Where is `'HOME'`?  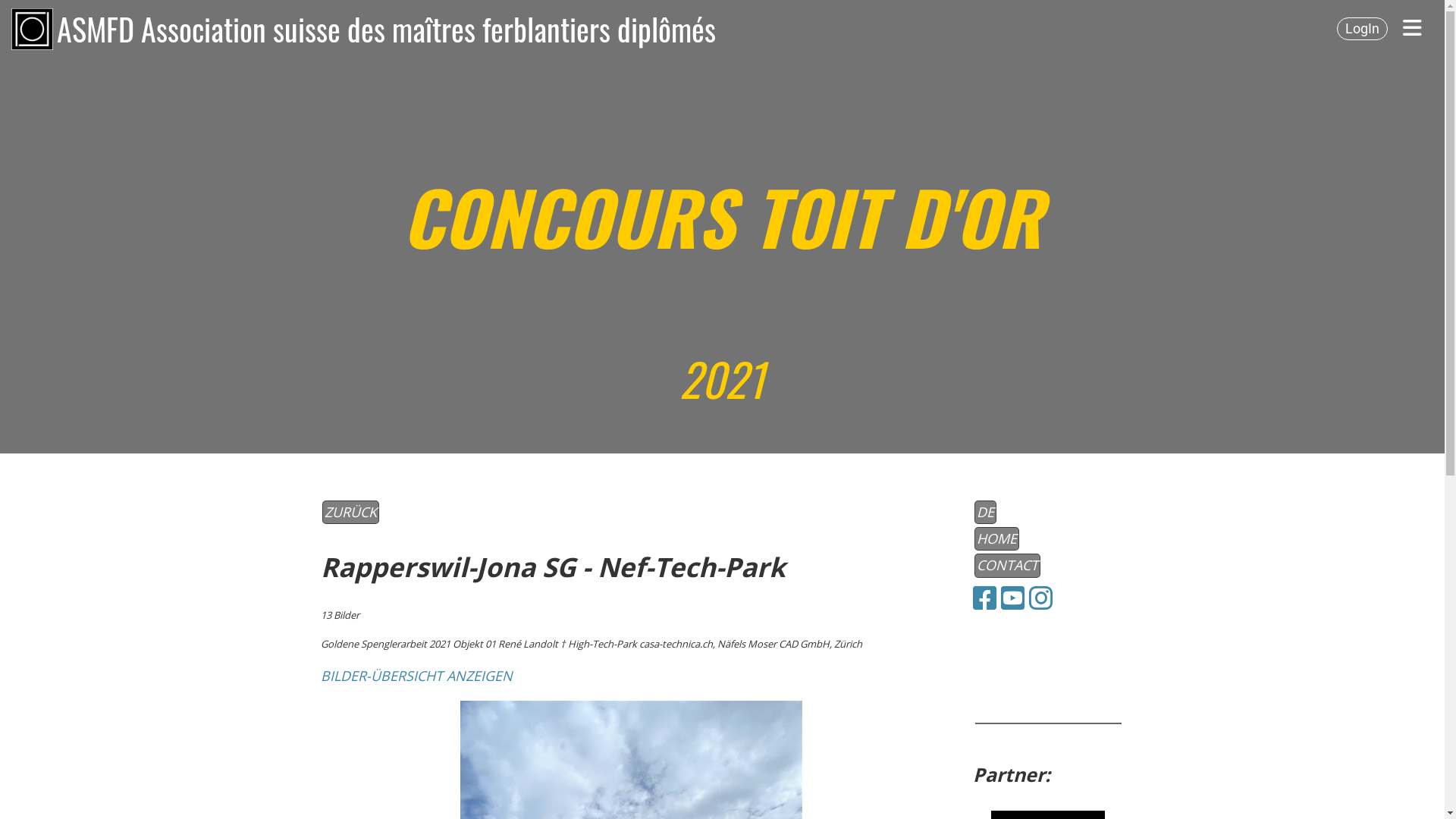
'HOME' is located at coordinates (973, 538).